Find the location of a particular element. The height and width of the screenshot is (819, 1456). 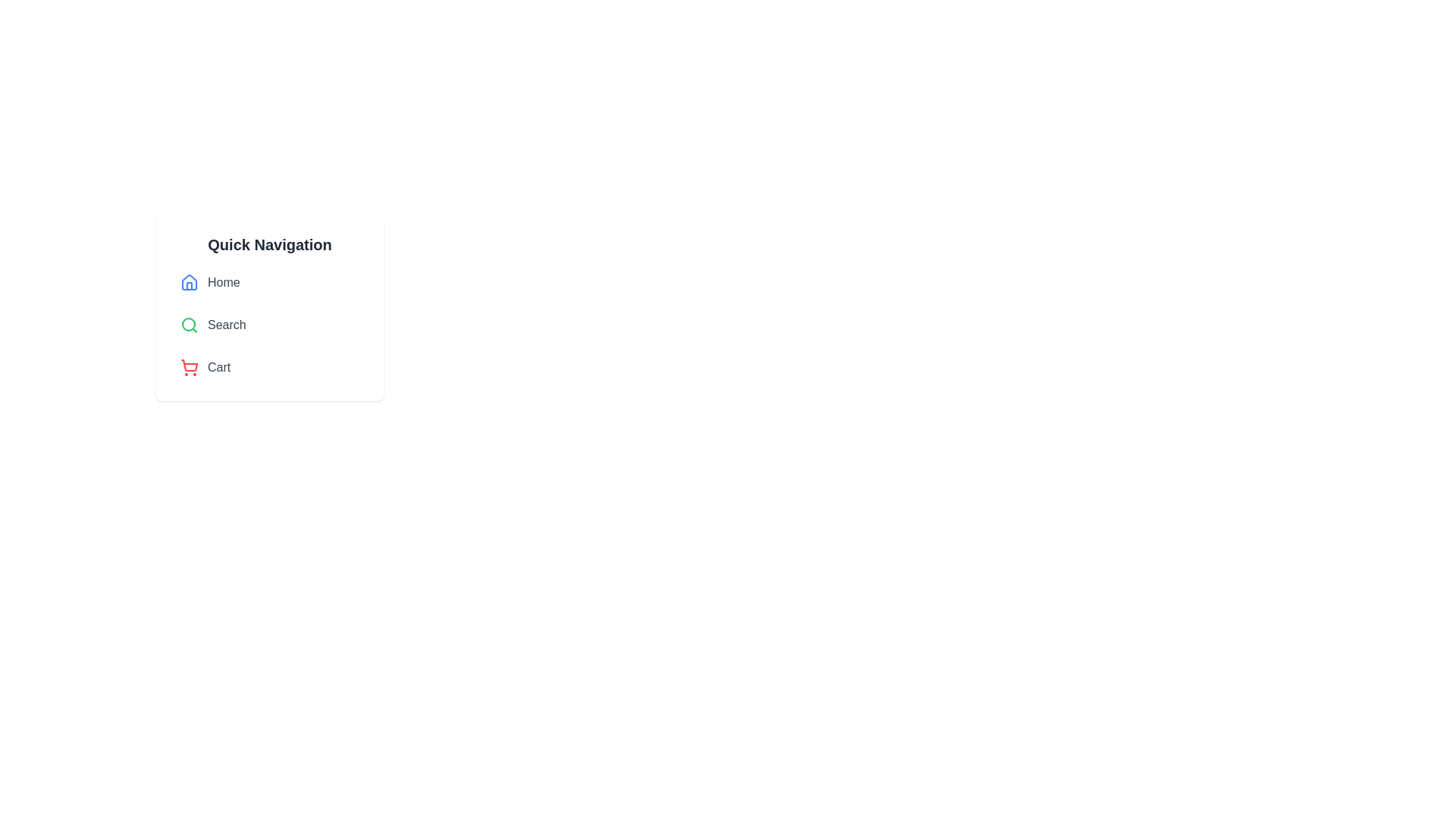

the 'Quick Navigation' text label, which is a bold title located at the top of the vertical navigation box above links like 'Home', 'Search', and 'Cart' is located at coordinates (269, 244).